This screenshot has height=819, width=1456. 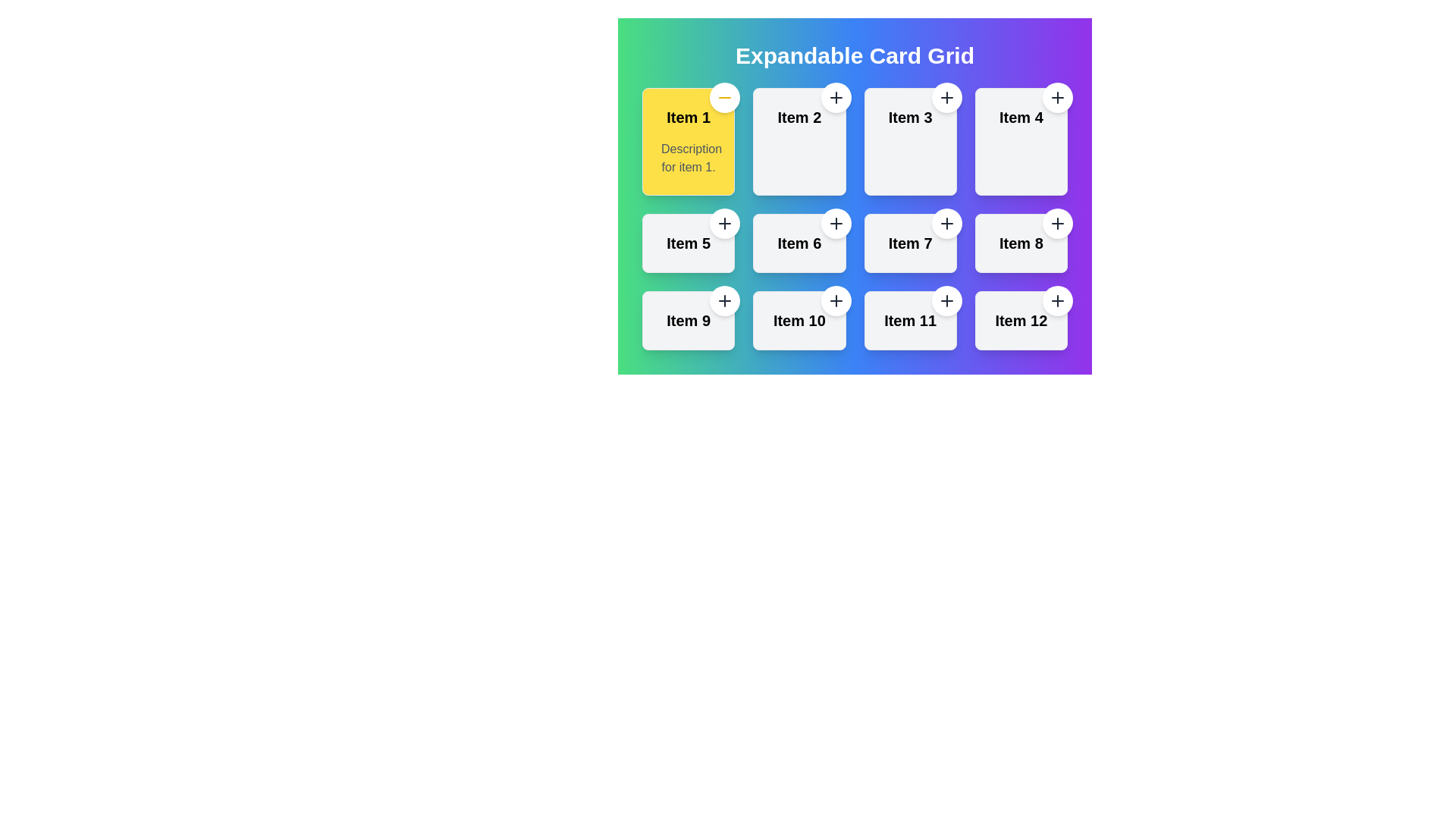 I want to click on the button located at the top right of the 'Item 11' card to activate visual effects, so click(x=946, y=301).